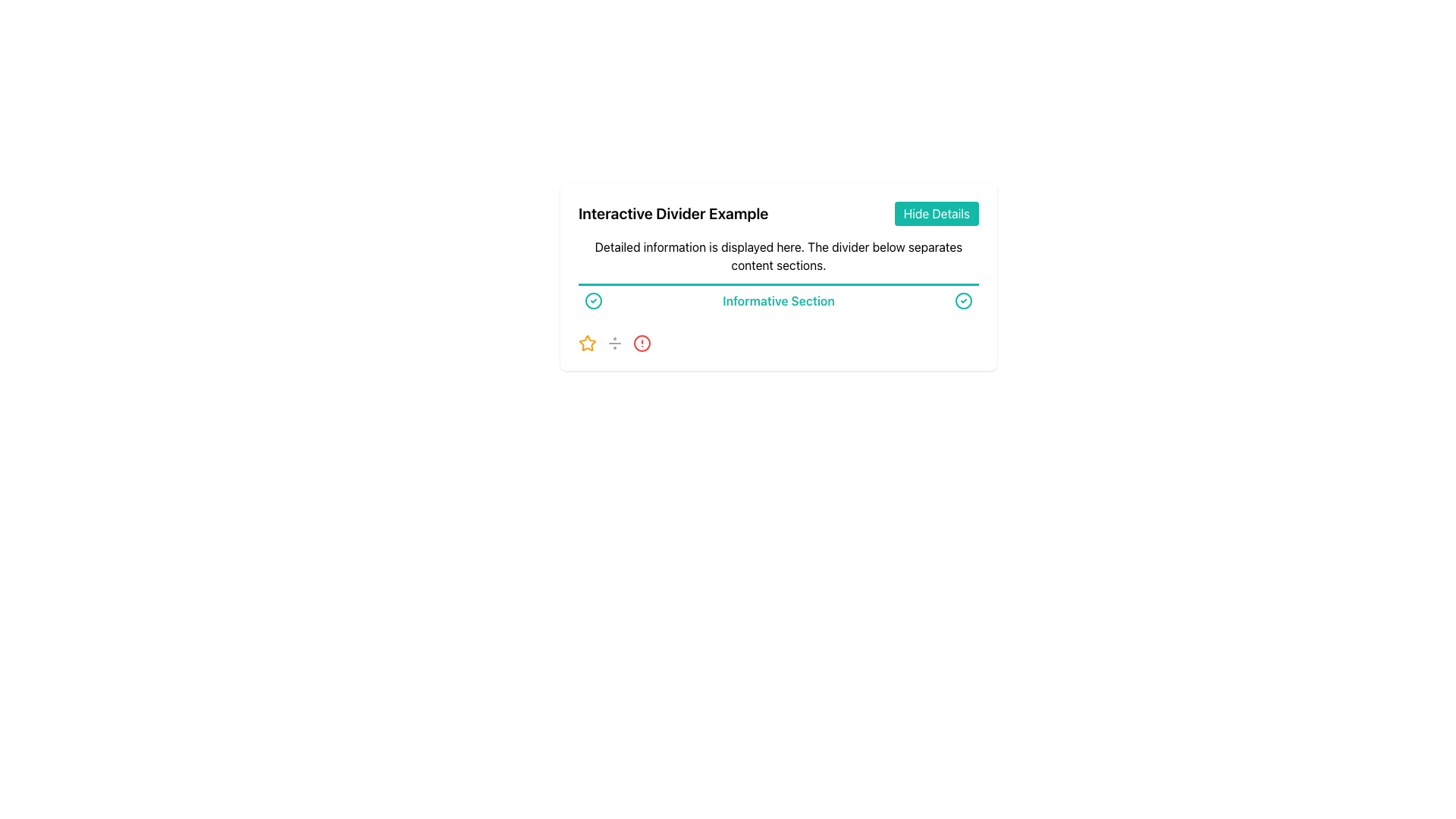  Describe the element at coordinates (779, 299) in the screenshot. I see `the Decorative label bar that features a teal-colored border and the text 'Informative Section' in bold, centered on the bar, with circular teal icons containing checkmarks on either side` at that location.